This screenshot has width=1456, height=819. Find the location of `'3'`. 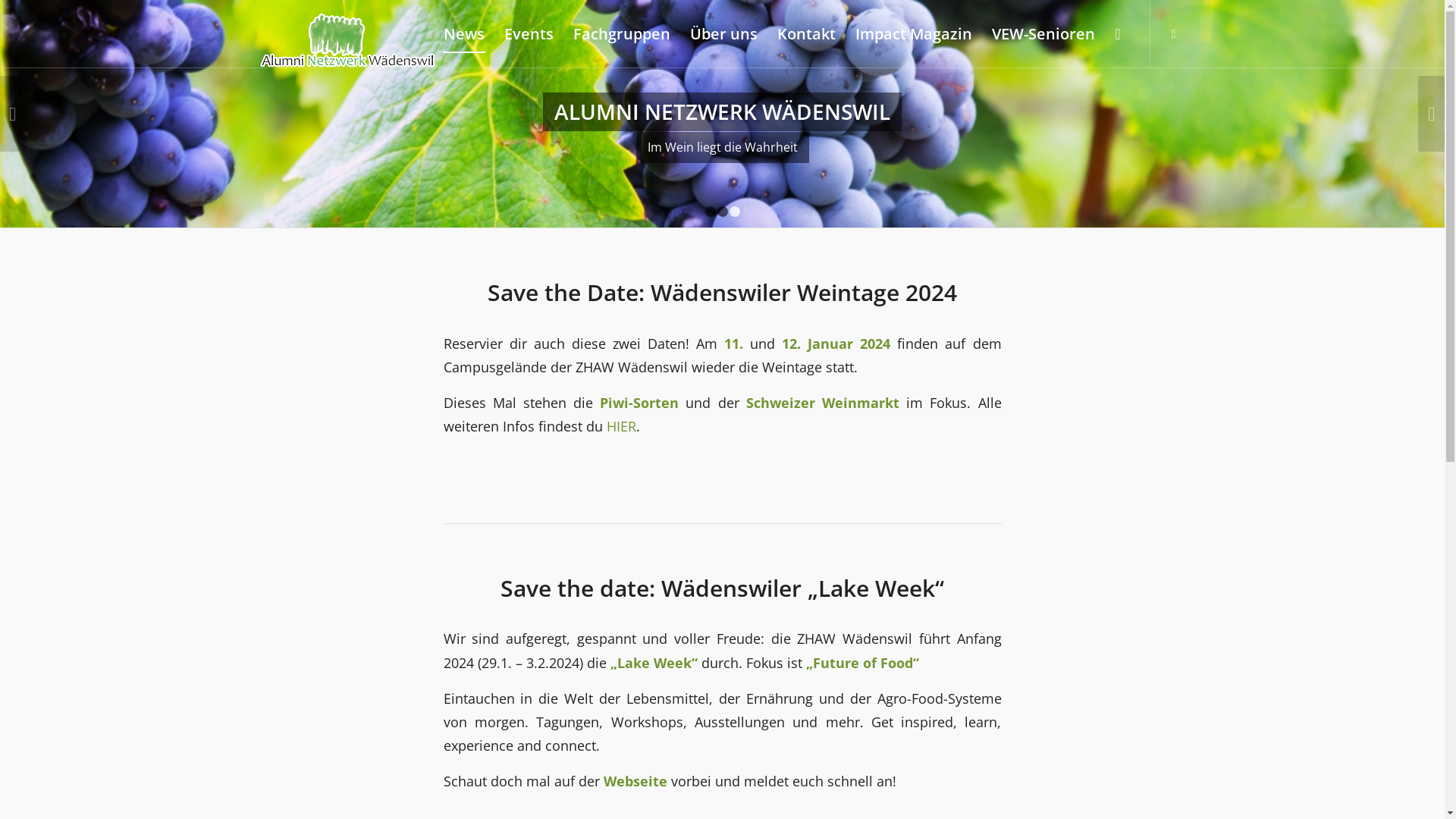

'3' is located at coordinates (735, 211).